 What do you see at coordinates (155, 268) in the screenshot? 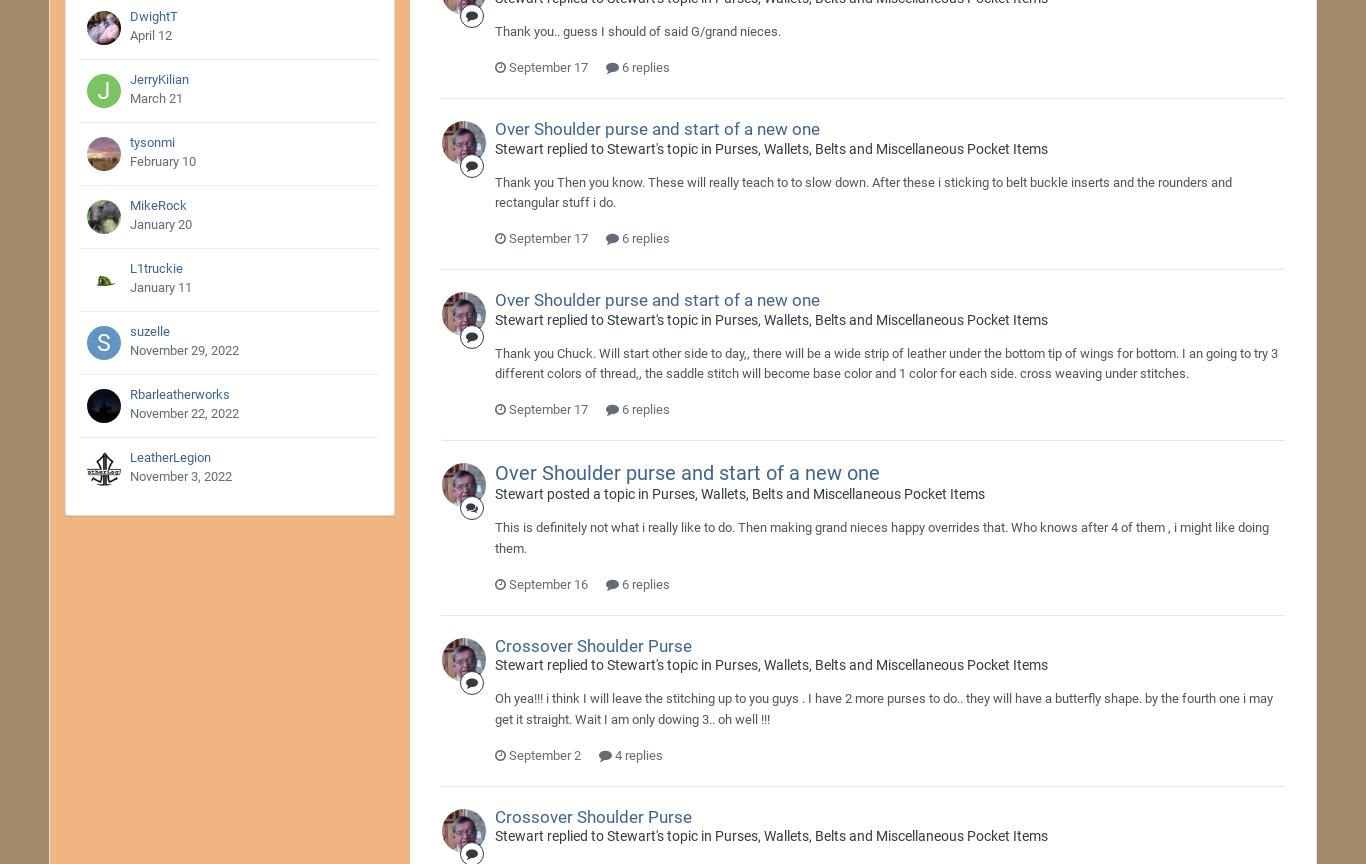
I see `'L1truckie'` at bounding box center [155, 268].